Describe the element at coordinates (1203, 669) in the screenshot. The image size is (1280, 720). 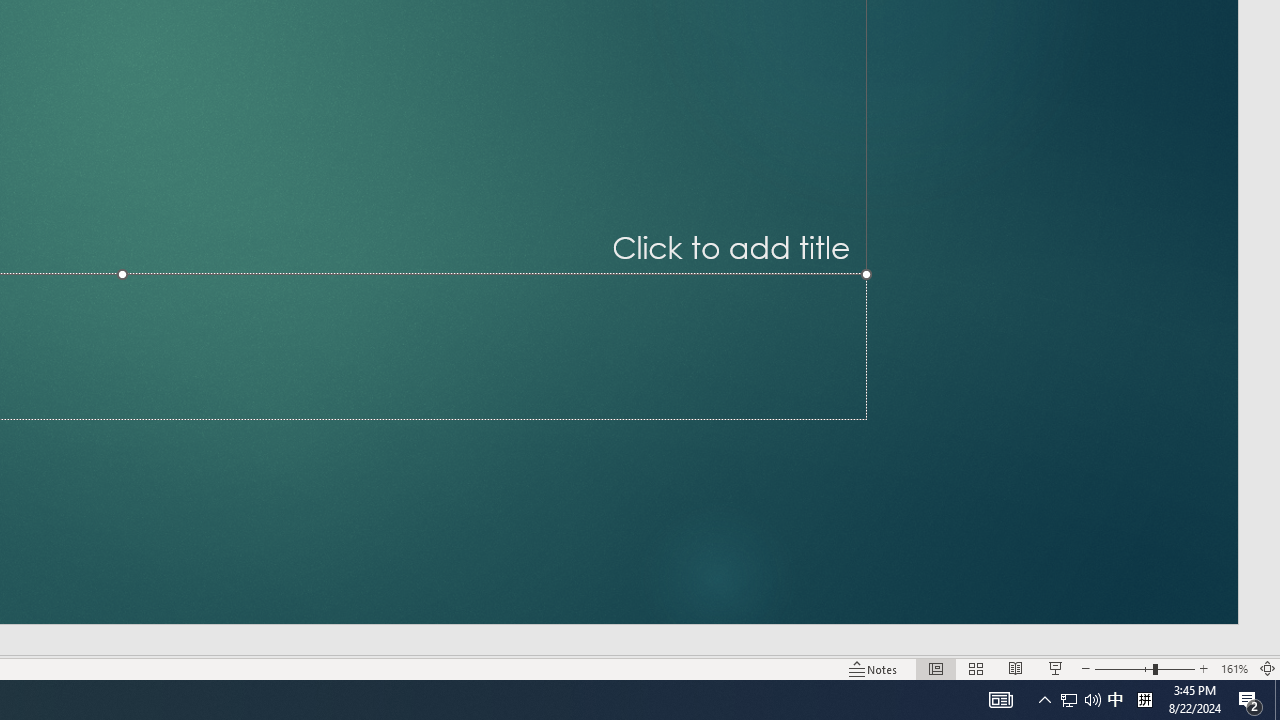
I see `'Zoom In'` at that location.